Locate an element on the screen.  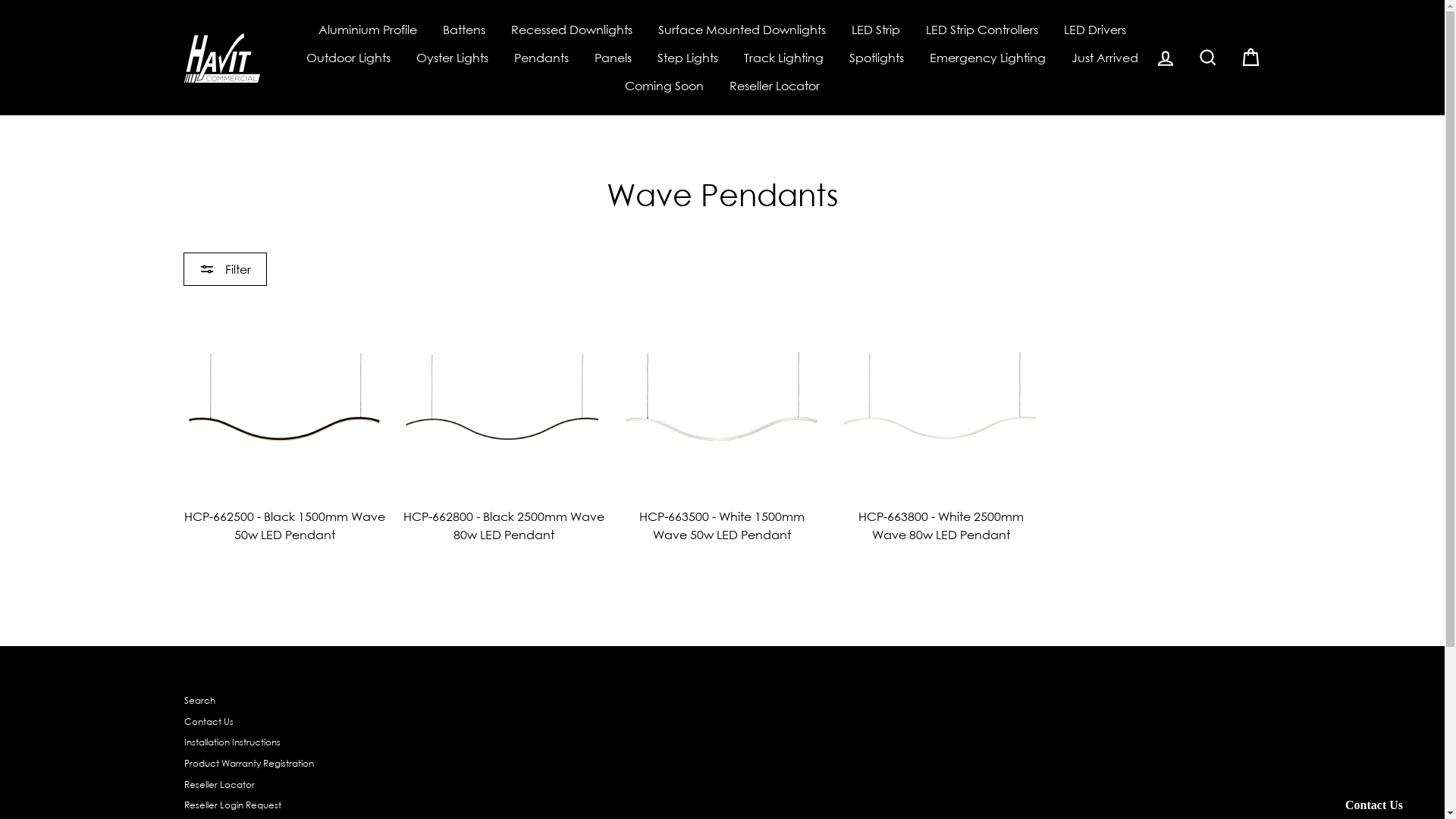
'LED Strip Controllers' is located at coordinates (982, 29).